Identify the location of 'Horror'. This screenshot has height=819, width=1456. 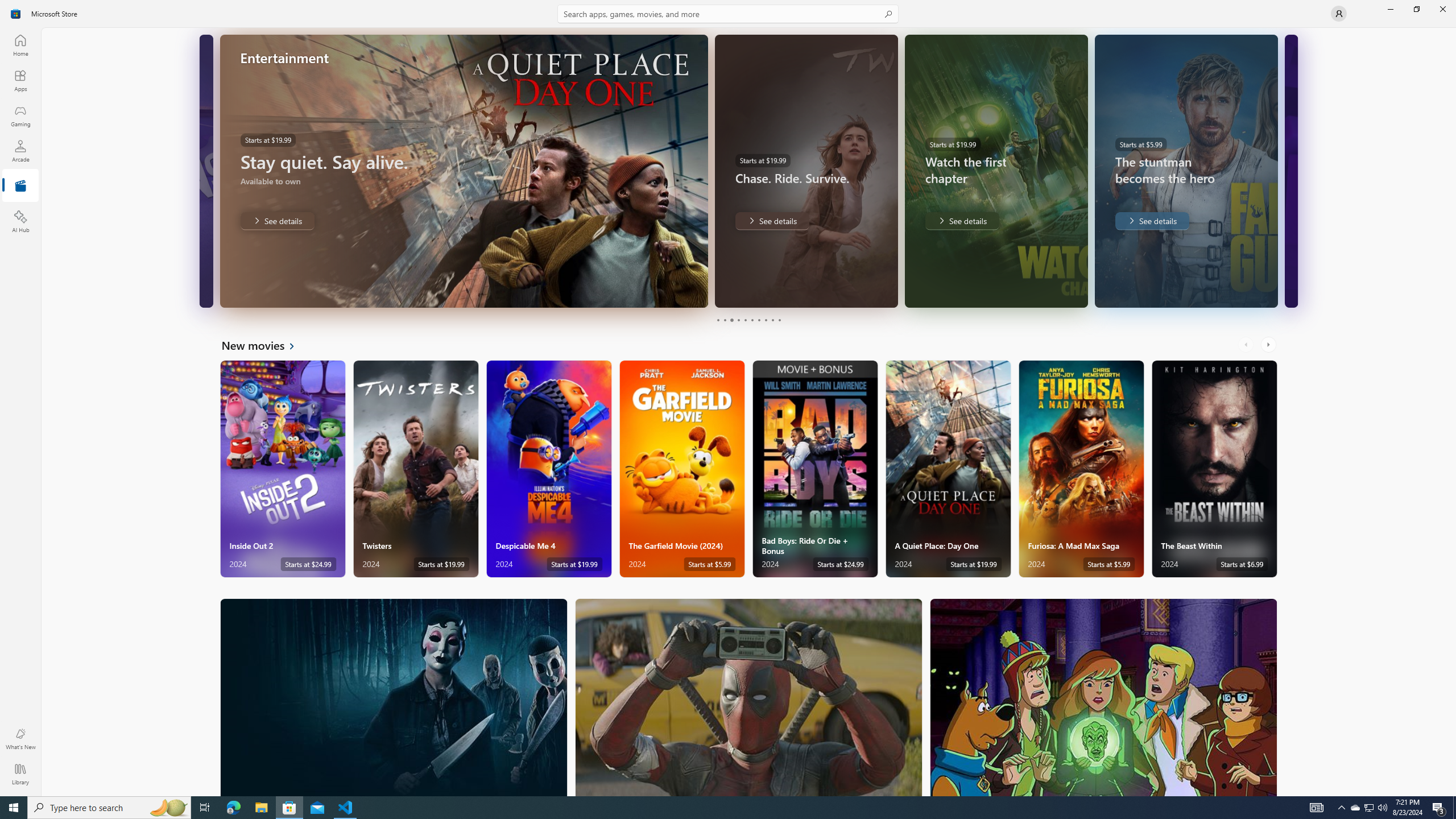
(394, 697).